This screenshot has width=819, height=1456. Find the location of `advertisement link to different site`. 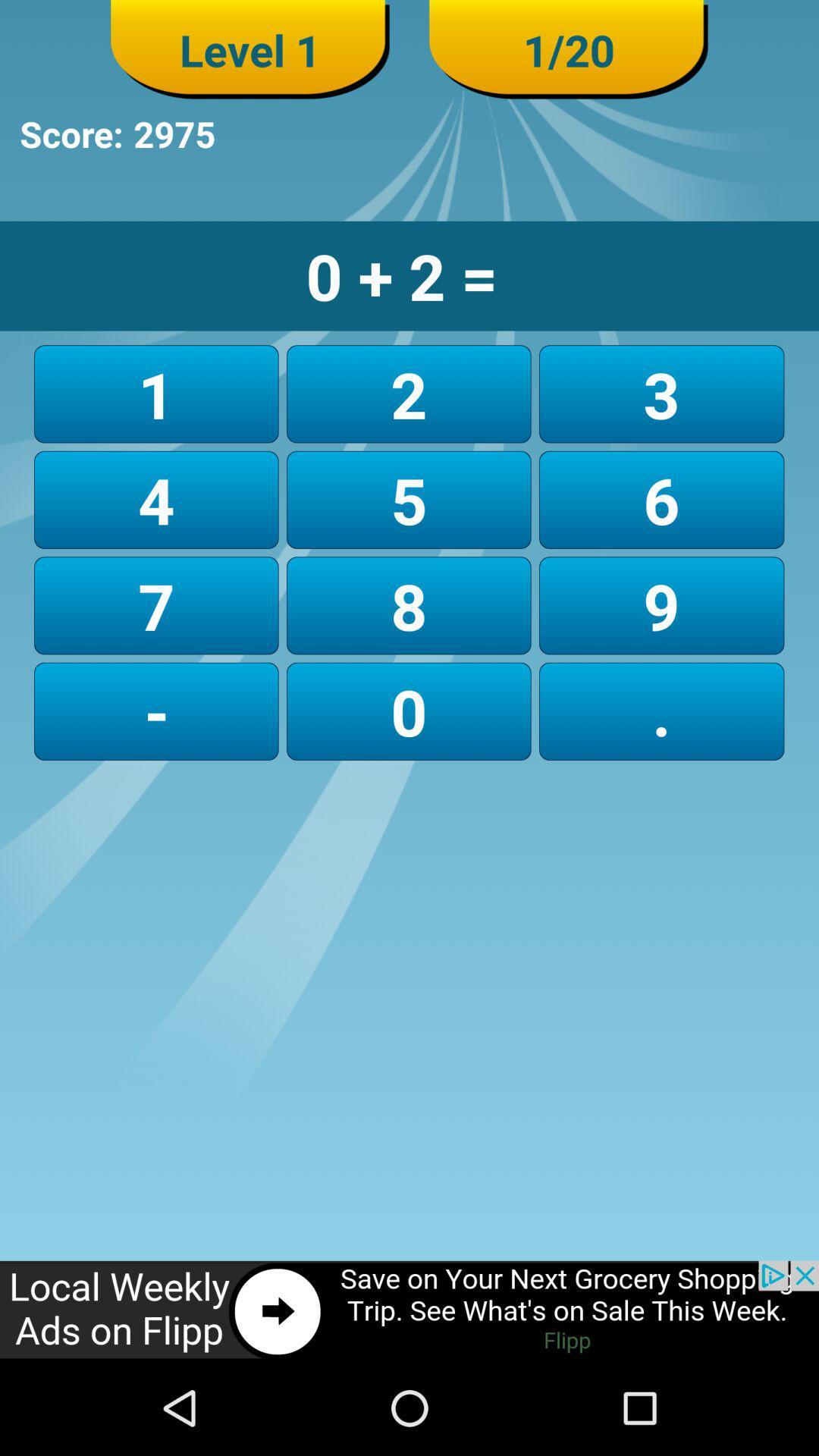

advertisement link to different site is located at coordinates (409, 1310).